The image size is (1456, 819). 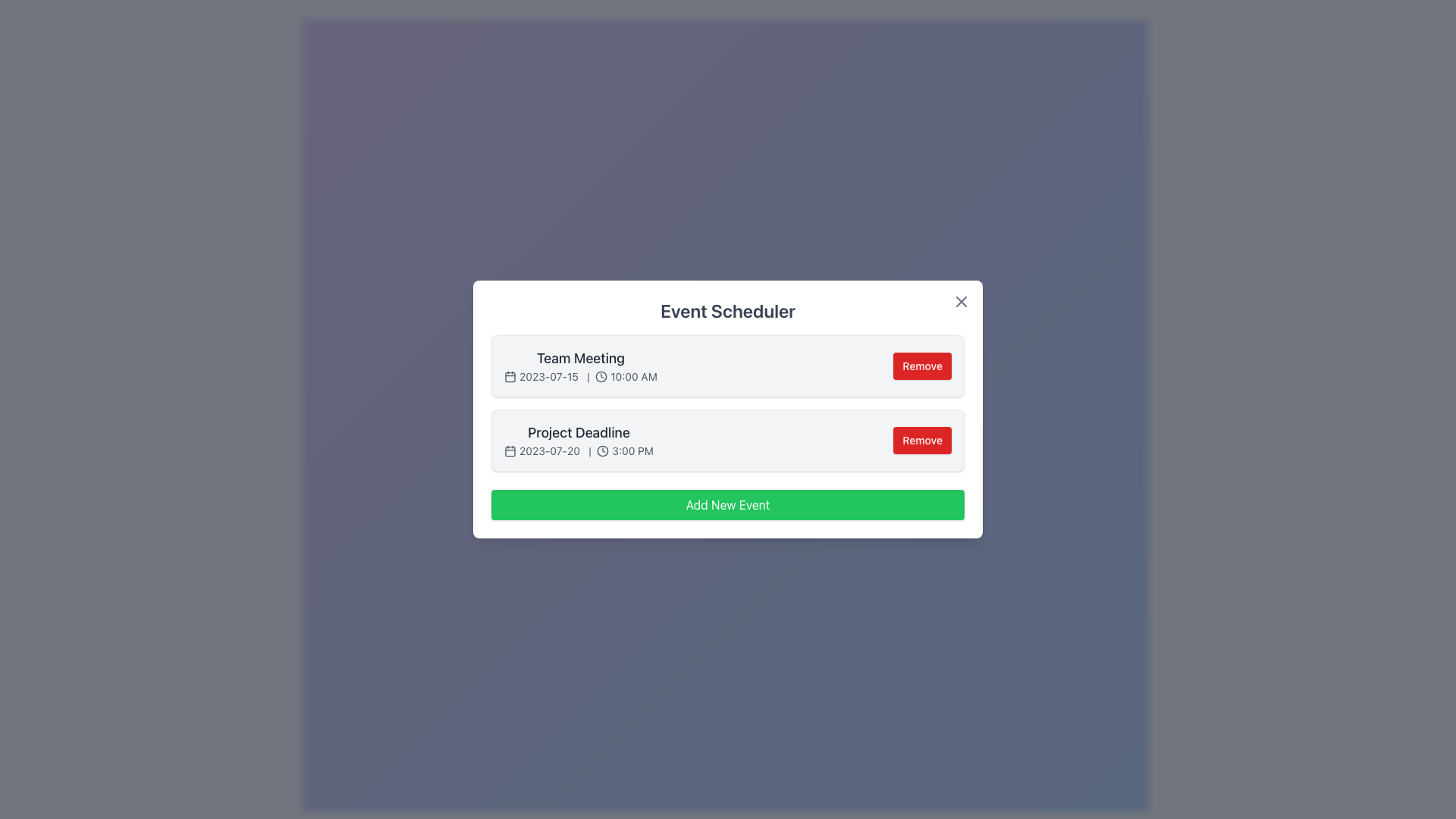 What do you see at coordinates (510, 376) in the screenshot?
I see `the calendar icon represented as an SVG graphic, which is the first icon in the row displaying event information for the 'Team Meeting' event section` at bounding box center [510, 376].